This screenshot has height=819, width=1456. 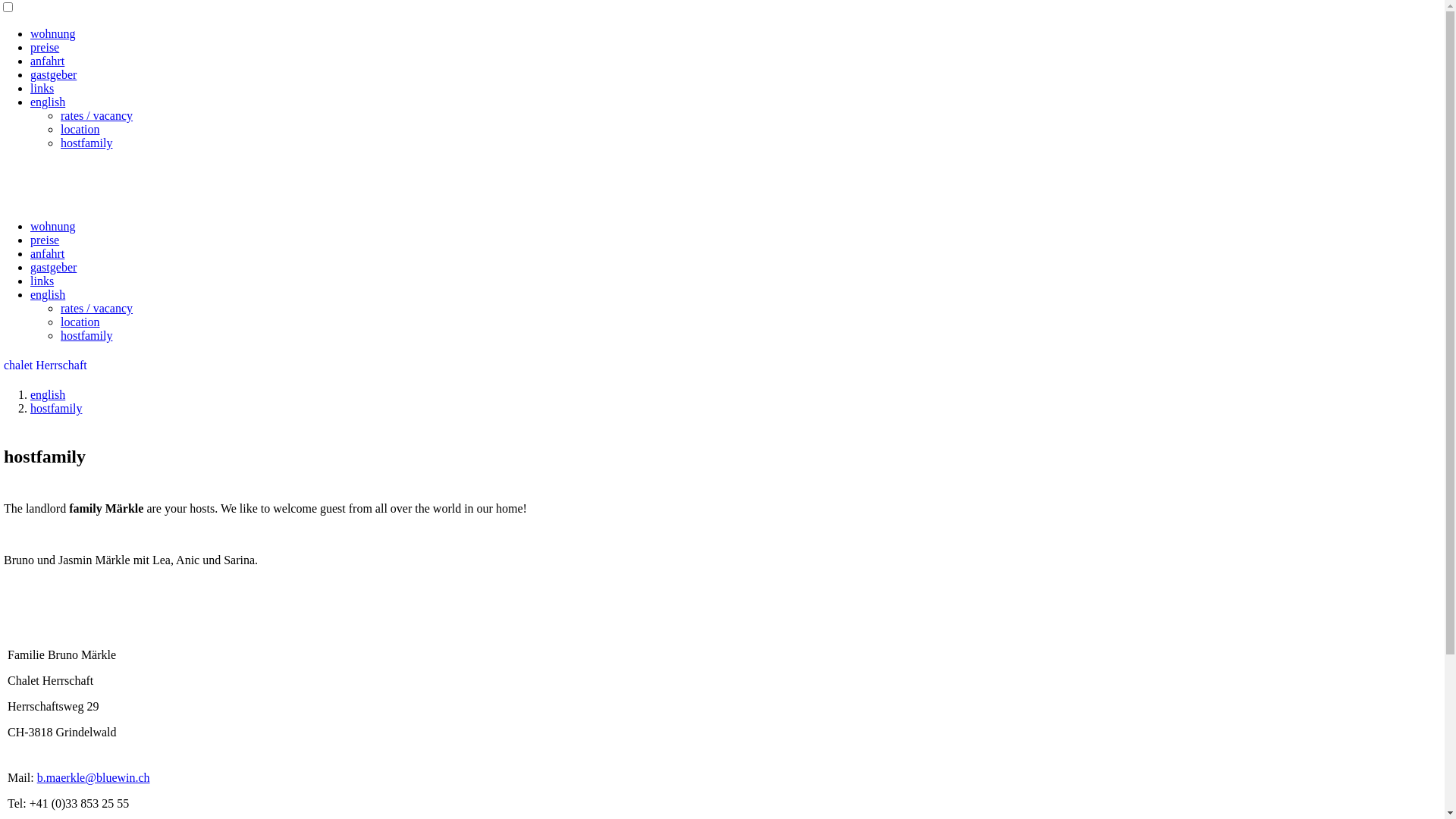 I want to click on 'location', so click(x=79, y=128).